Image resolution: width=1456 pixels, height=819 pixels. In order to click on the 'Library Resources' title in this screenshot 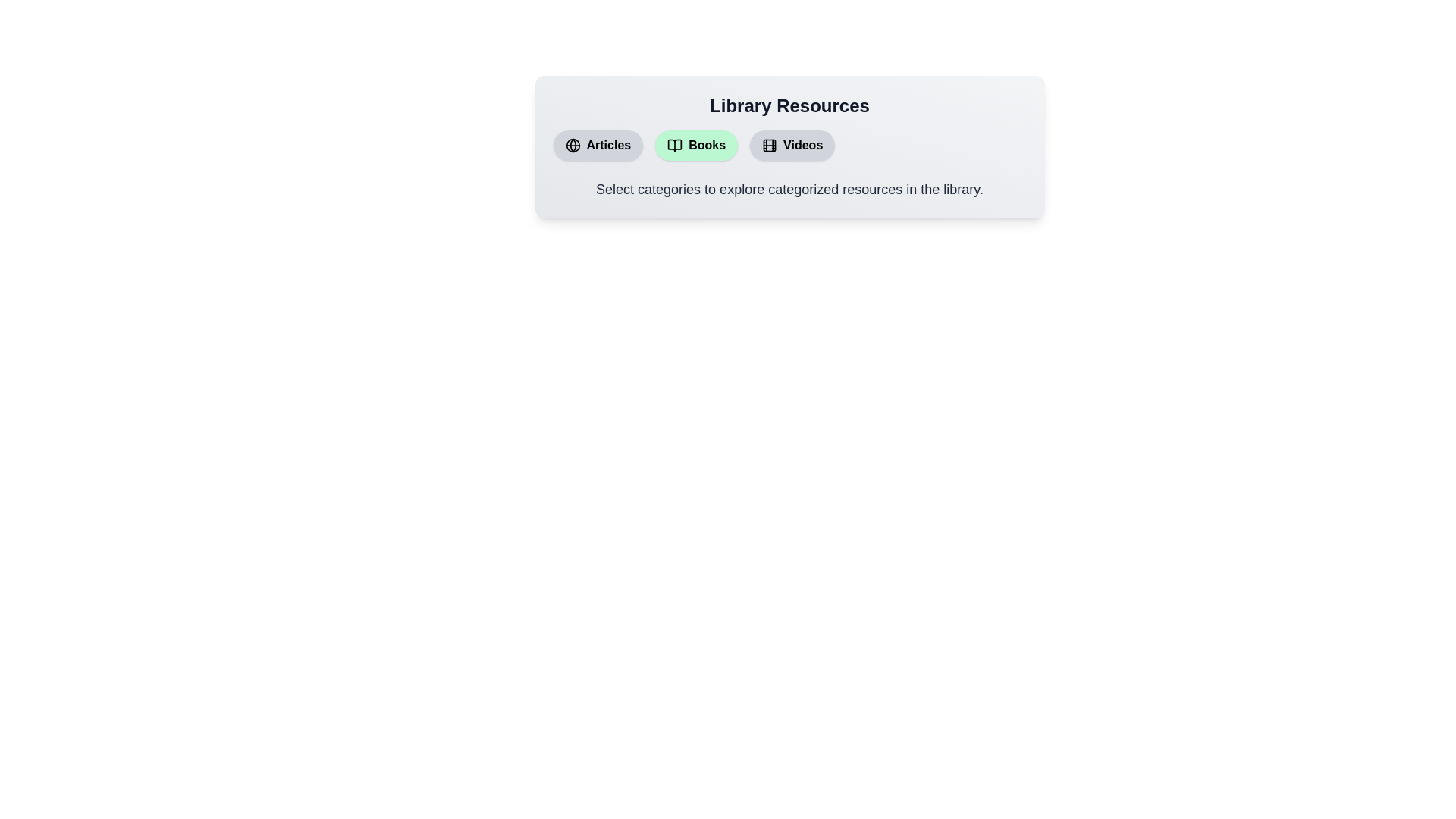, I will do `click(789, 105)`.